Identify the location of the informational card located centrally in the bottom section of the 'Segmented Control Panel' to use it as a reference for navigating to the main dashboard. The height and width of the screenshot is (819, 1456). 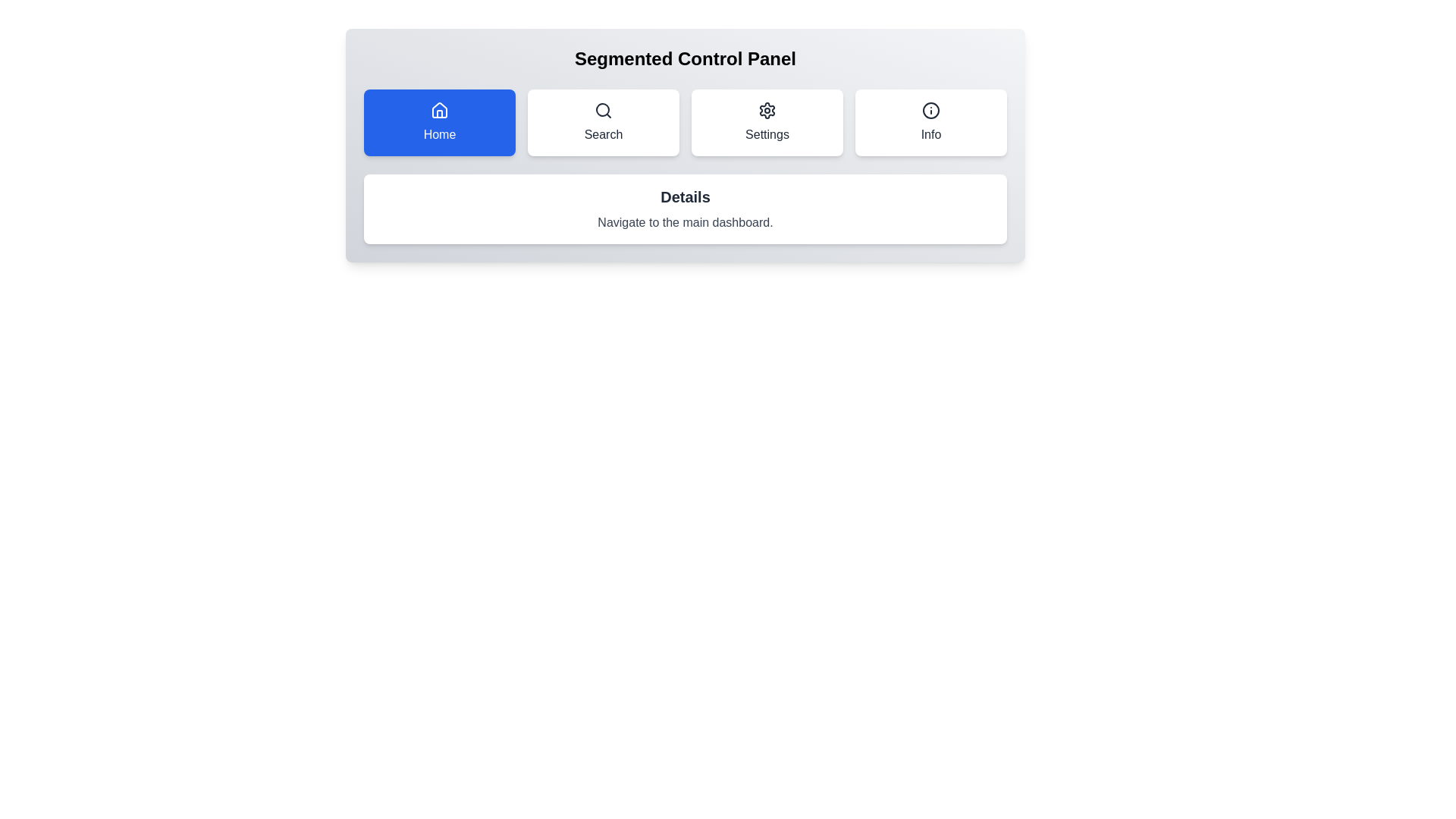
(684, 209).